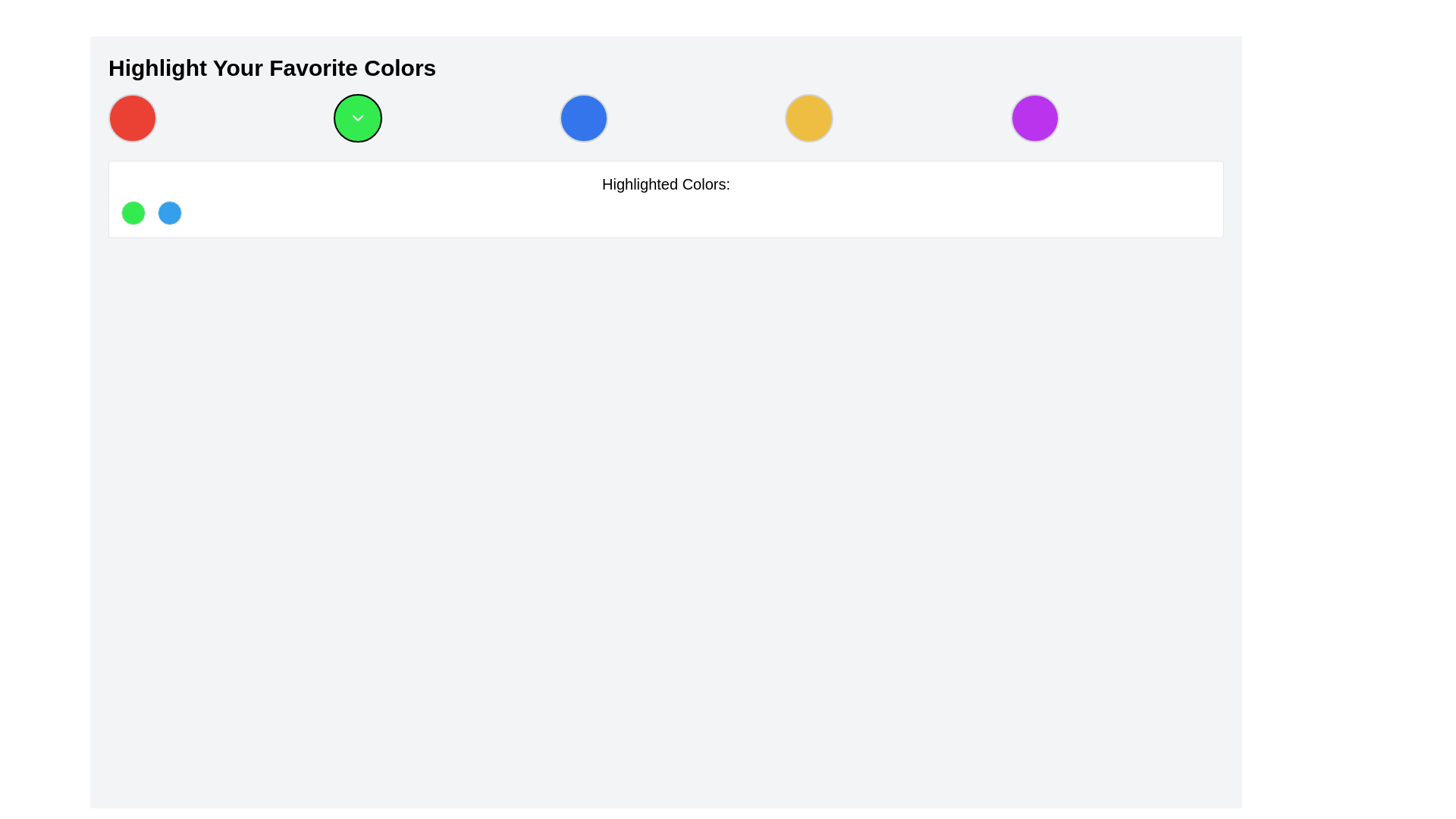  I want to click on the text label that displays 'Highlighted Colors:' in a large, bold font, which is centered on the page and appears on a white background, so click(666, 184).